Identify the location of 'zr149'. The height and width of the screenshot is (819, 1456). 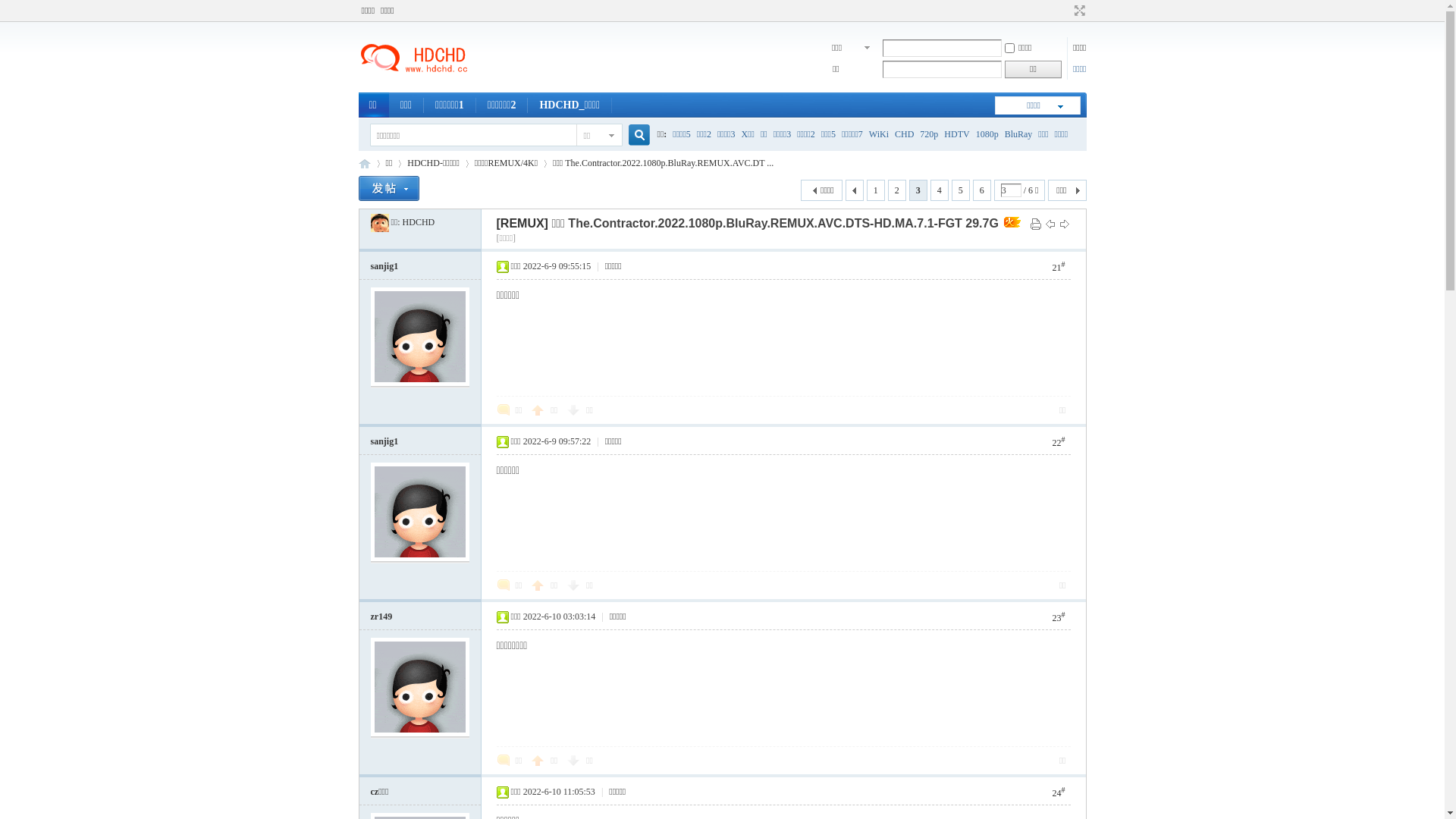
(370, 617).